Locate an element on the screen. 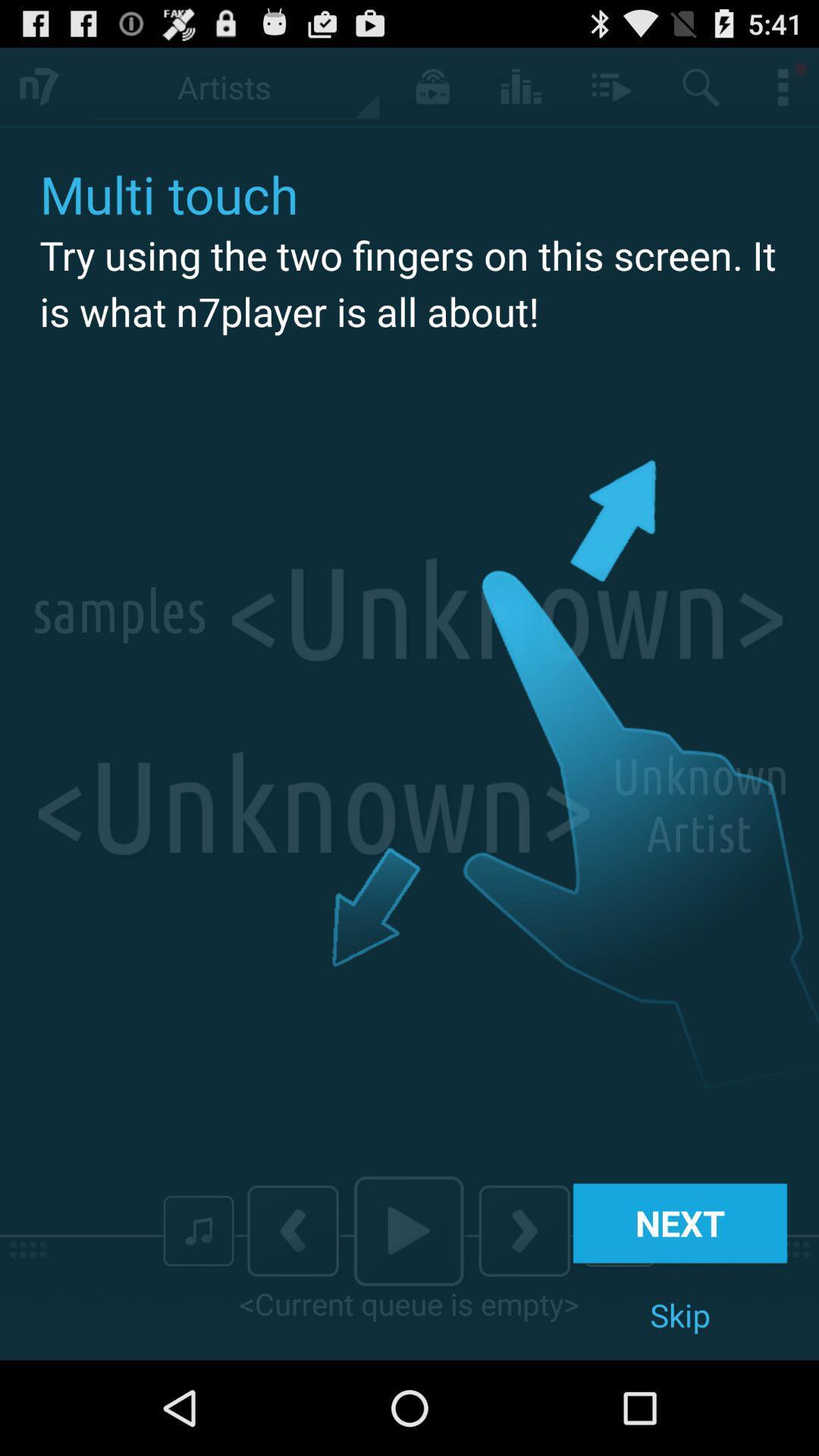 The width and height of the screenshot is (819, 1456). the arrow_forward icon is located at coordinates (523, 1316).